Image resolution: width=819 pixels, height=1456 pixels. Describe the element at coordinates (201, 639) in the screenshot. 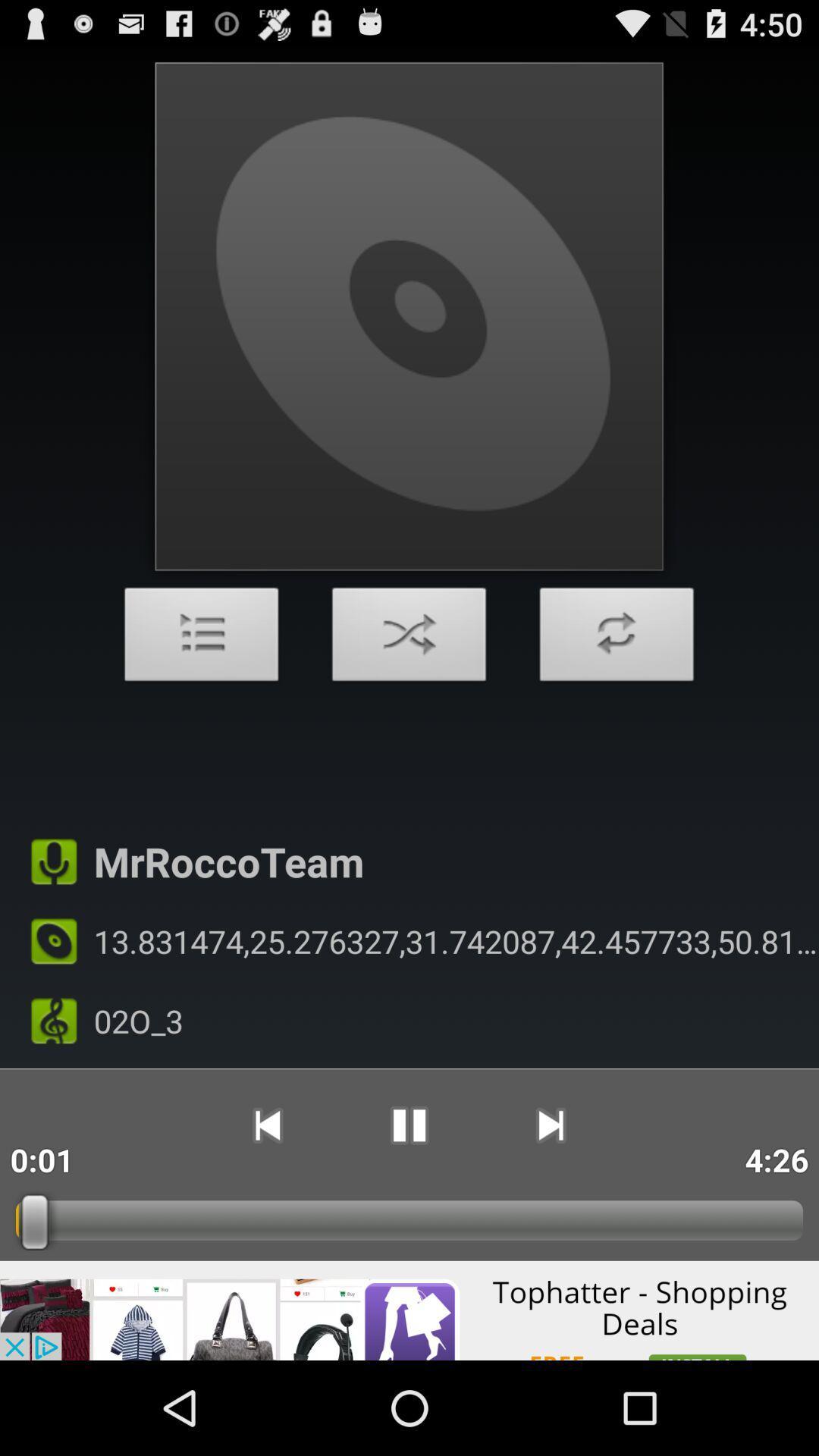

I see `open` at that location.